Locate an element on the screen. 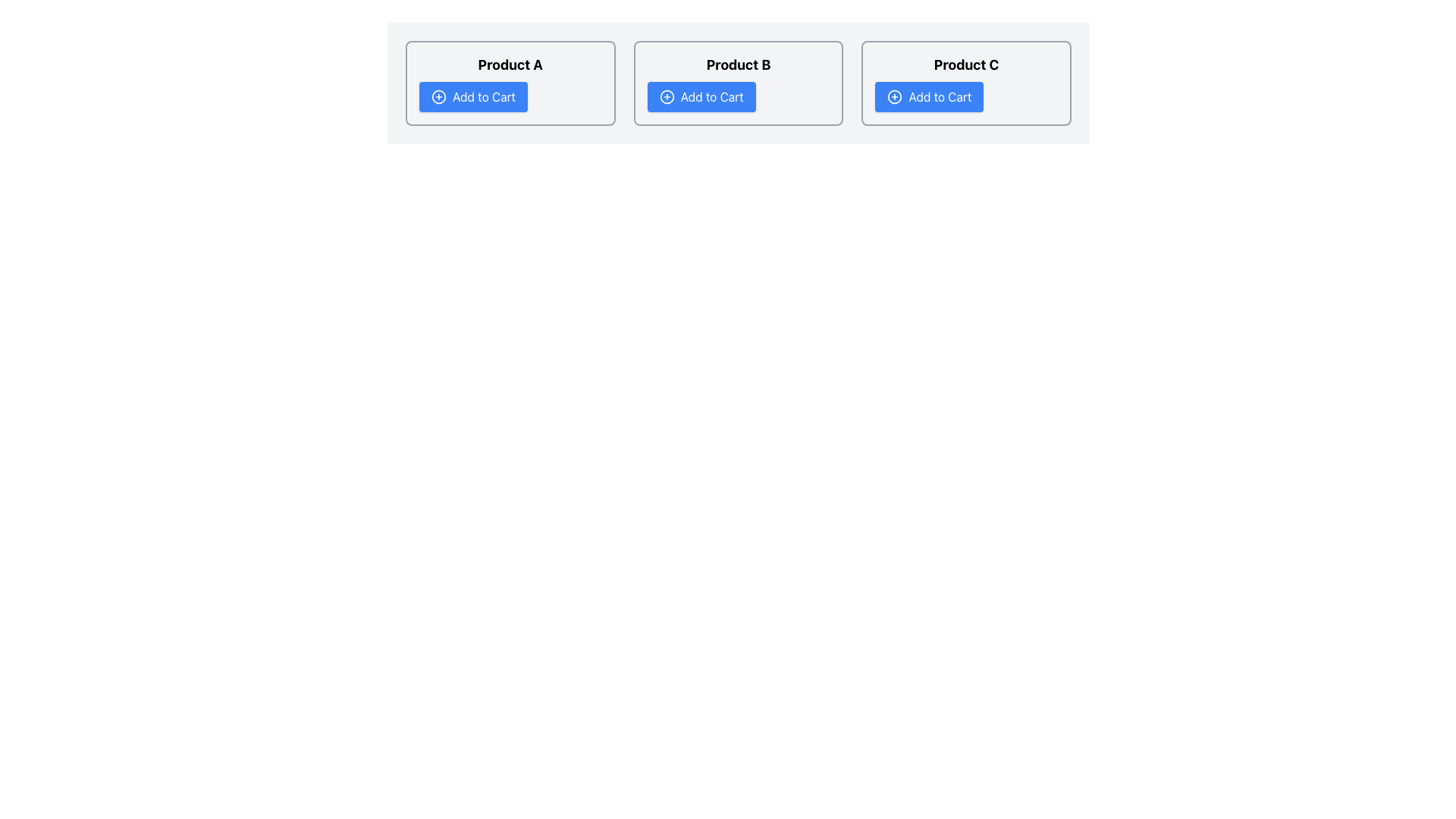  the circular '+' icon with a blue background located within the 'Add to Cart' button for 'Product B' is located at coordinates (667, 96).